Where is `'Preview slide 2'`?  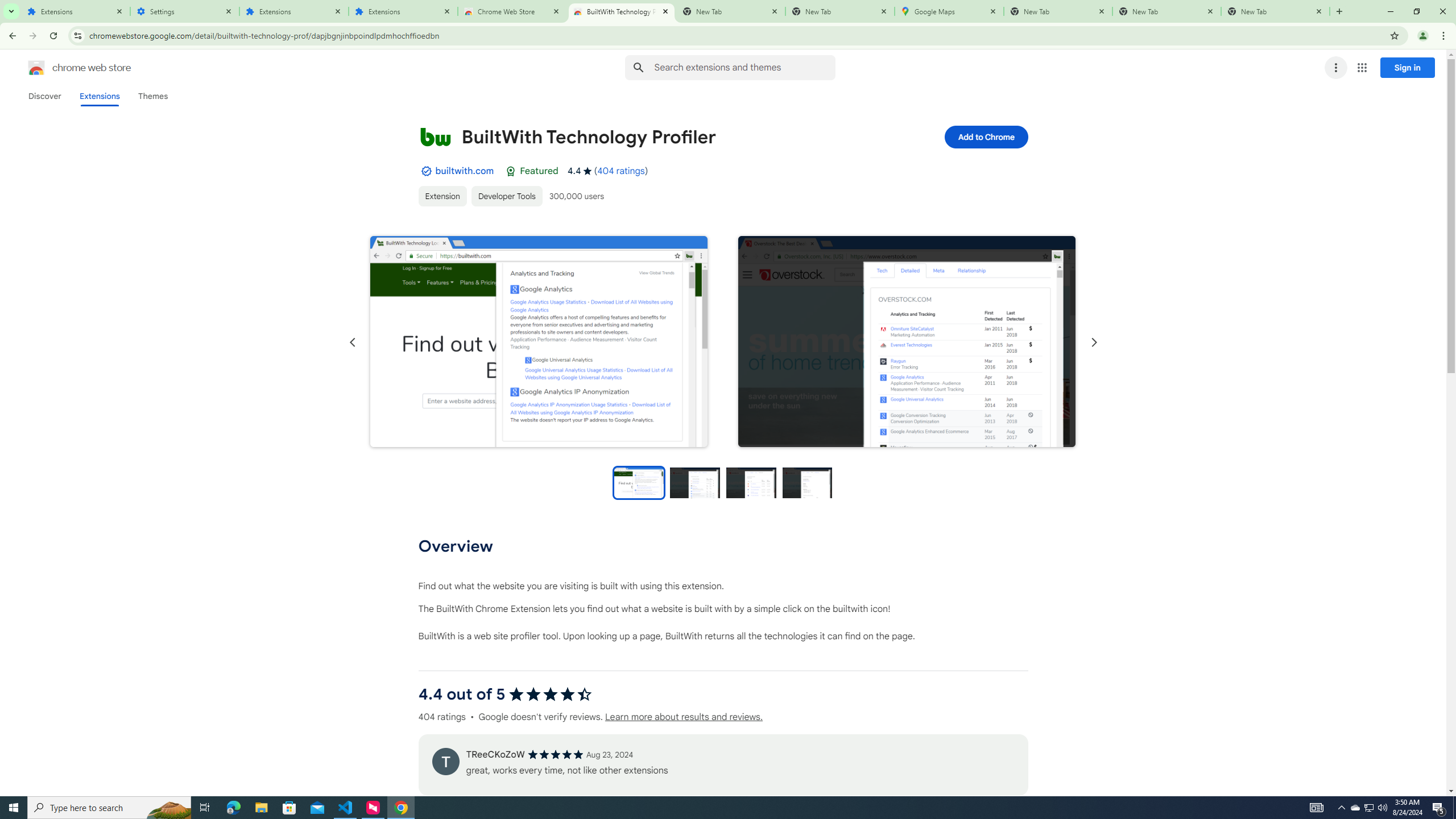
'Preview slide 2' is located at coordinates (695, 482).